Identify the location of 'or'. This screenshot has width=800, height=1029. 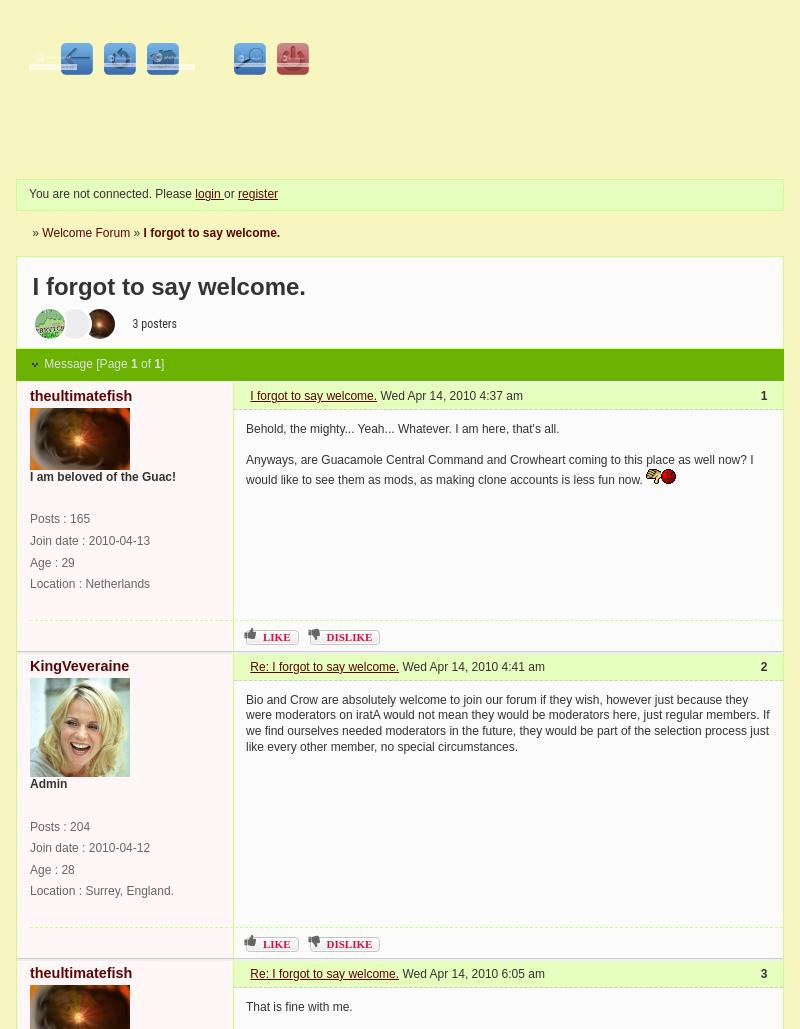
(231, 193).